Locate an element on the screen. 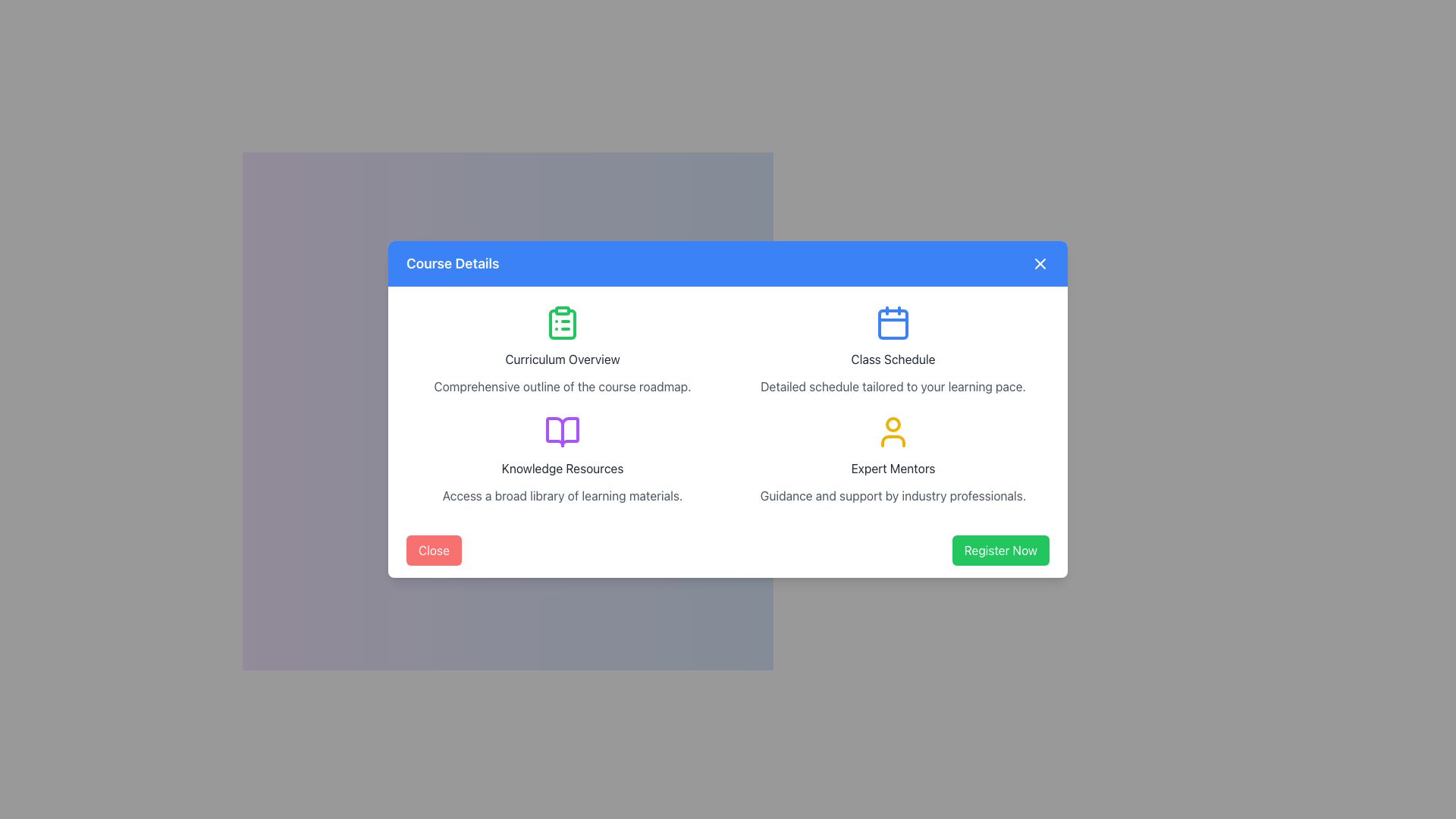  the Decorative Icon representing mentorship or assistance, located in the 'Expert Mentors' section at the bottom-right of the dialog is located at coordinates (893, 432).